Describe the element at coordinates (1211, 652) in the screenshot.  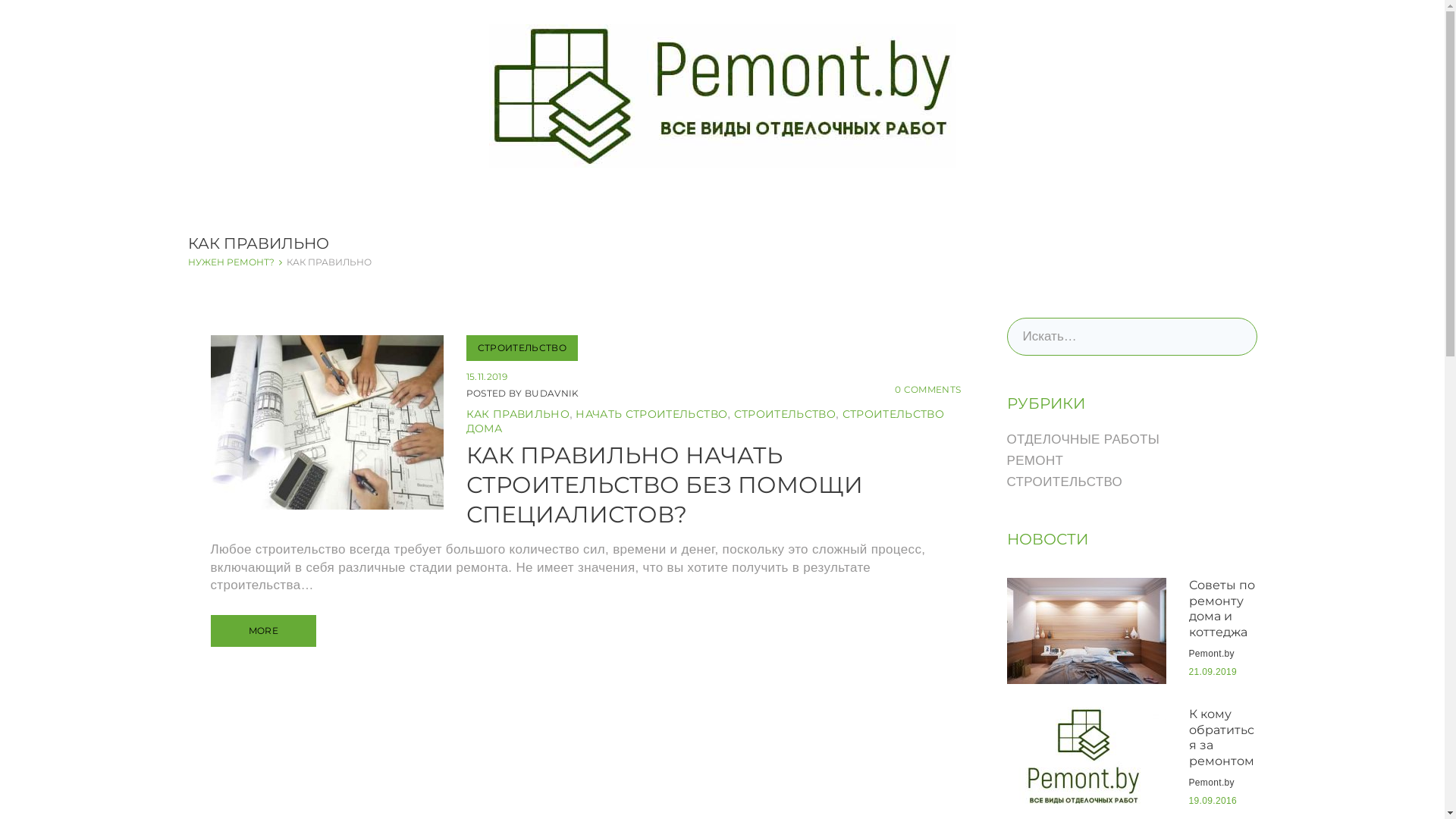
I see `'Pemont.by'` at that location.